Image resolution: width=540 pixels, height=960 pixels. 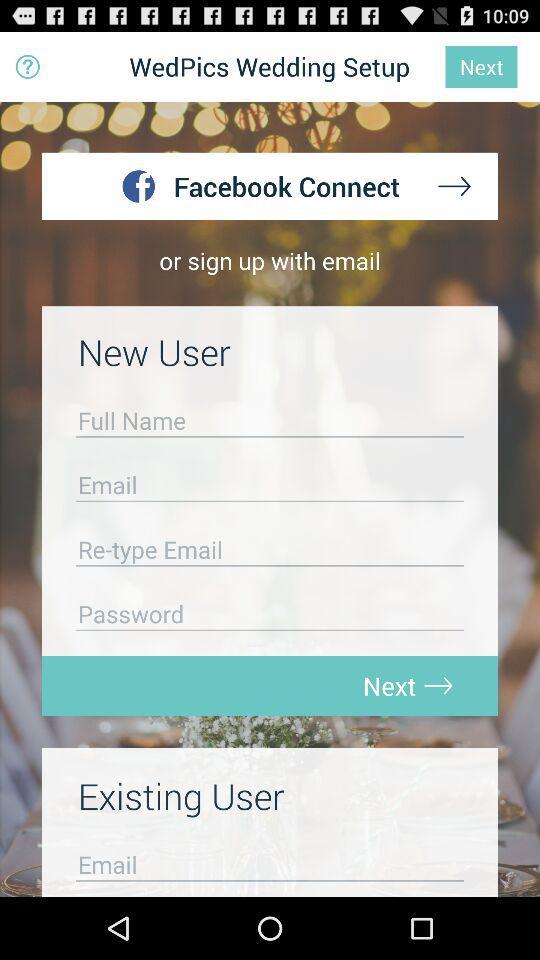 What do you see at coordinates (481, 67) in the screenshot?
I see `next which is on the top right corner` at bounding box center [481, 67].